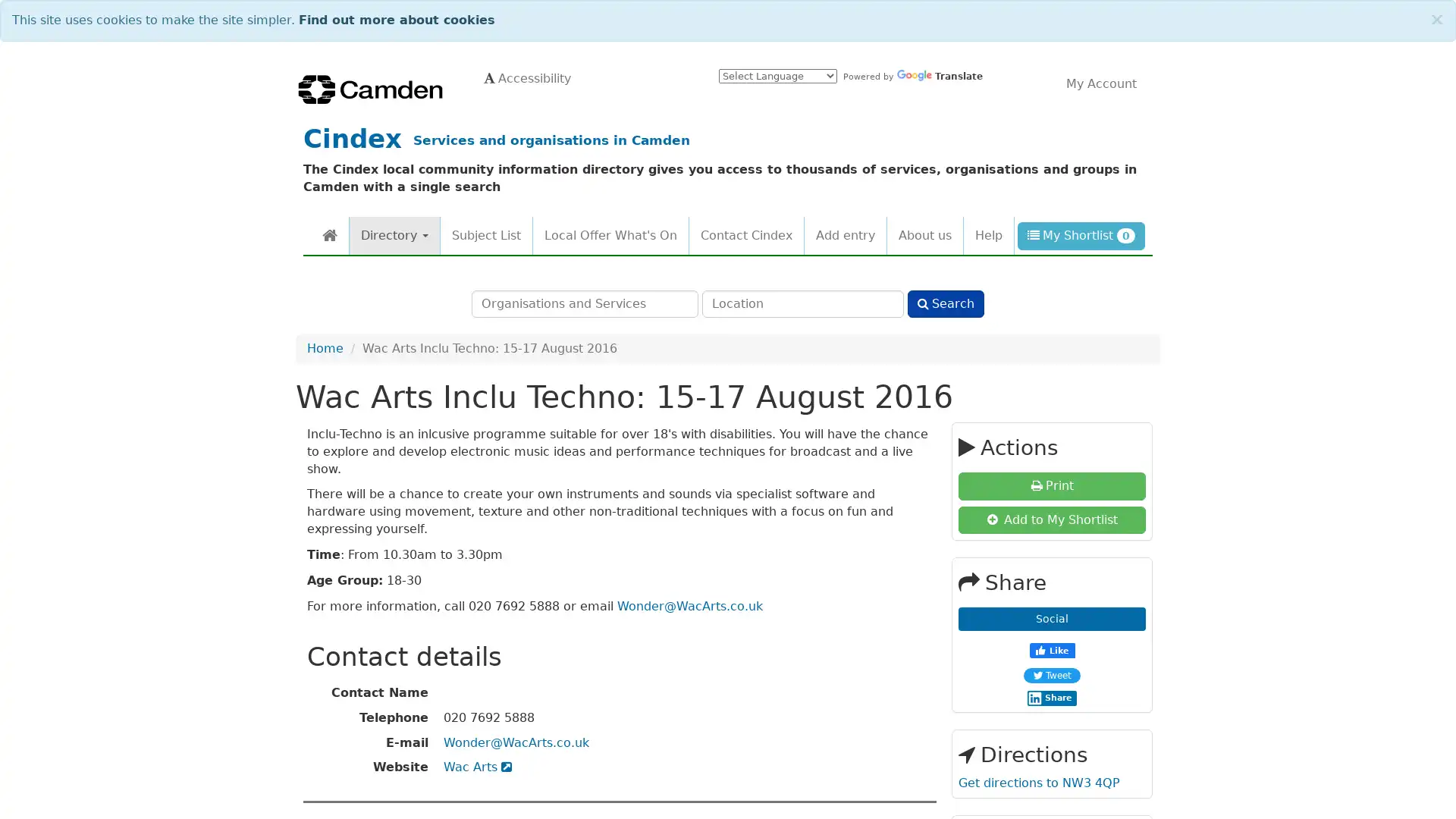 Image resolution: width=1456 pixels, height=819 pixels. Describe the element at coordinates (1051, 698) in the screenshot. I see `Share` at that location.